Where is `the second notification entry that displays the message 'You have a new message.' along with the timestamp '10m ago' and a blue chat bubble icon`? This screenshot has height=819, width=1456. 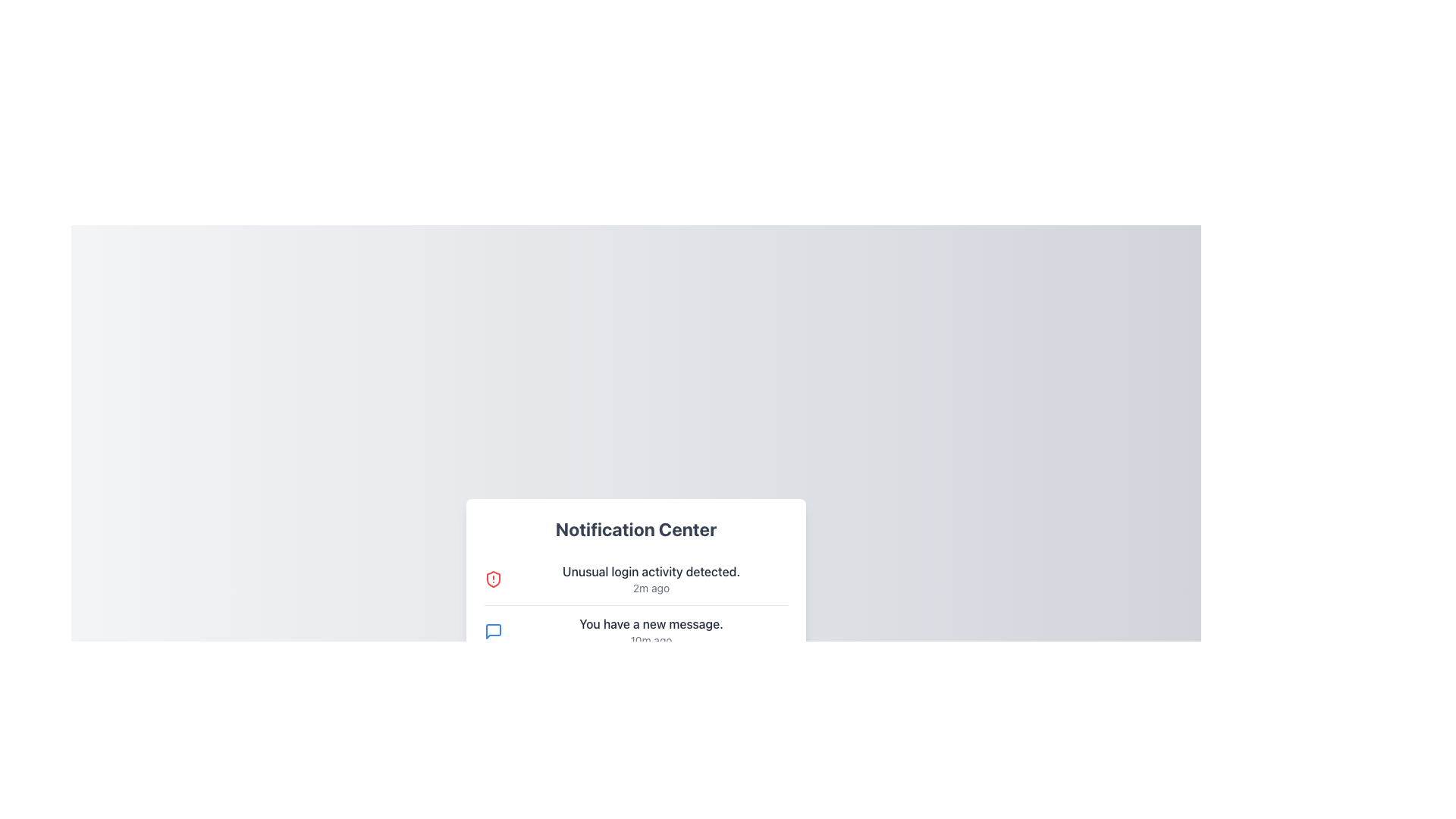
the second notification entry that displays the message 'You have a new message.' along with the timestamp '10m ago' and a blue chat bubble icon is located at coordinates (636, 631).